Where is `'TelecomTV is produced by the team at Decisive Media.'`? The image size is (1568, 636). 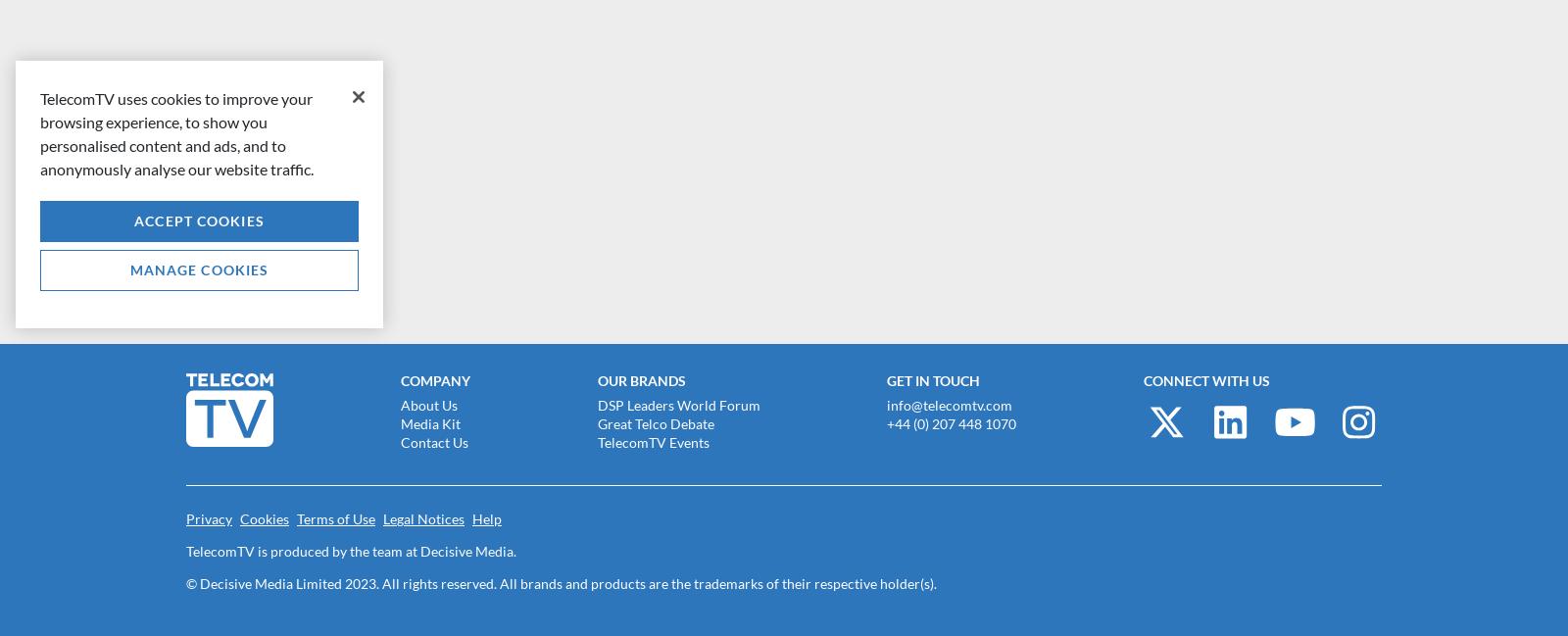 'TelecomTV is produced by the team at Decisive Media.' is located at coordinates (351, 550).